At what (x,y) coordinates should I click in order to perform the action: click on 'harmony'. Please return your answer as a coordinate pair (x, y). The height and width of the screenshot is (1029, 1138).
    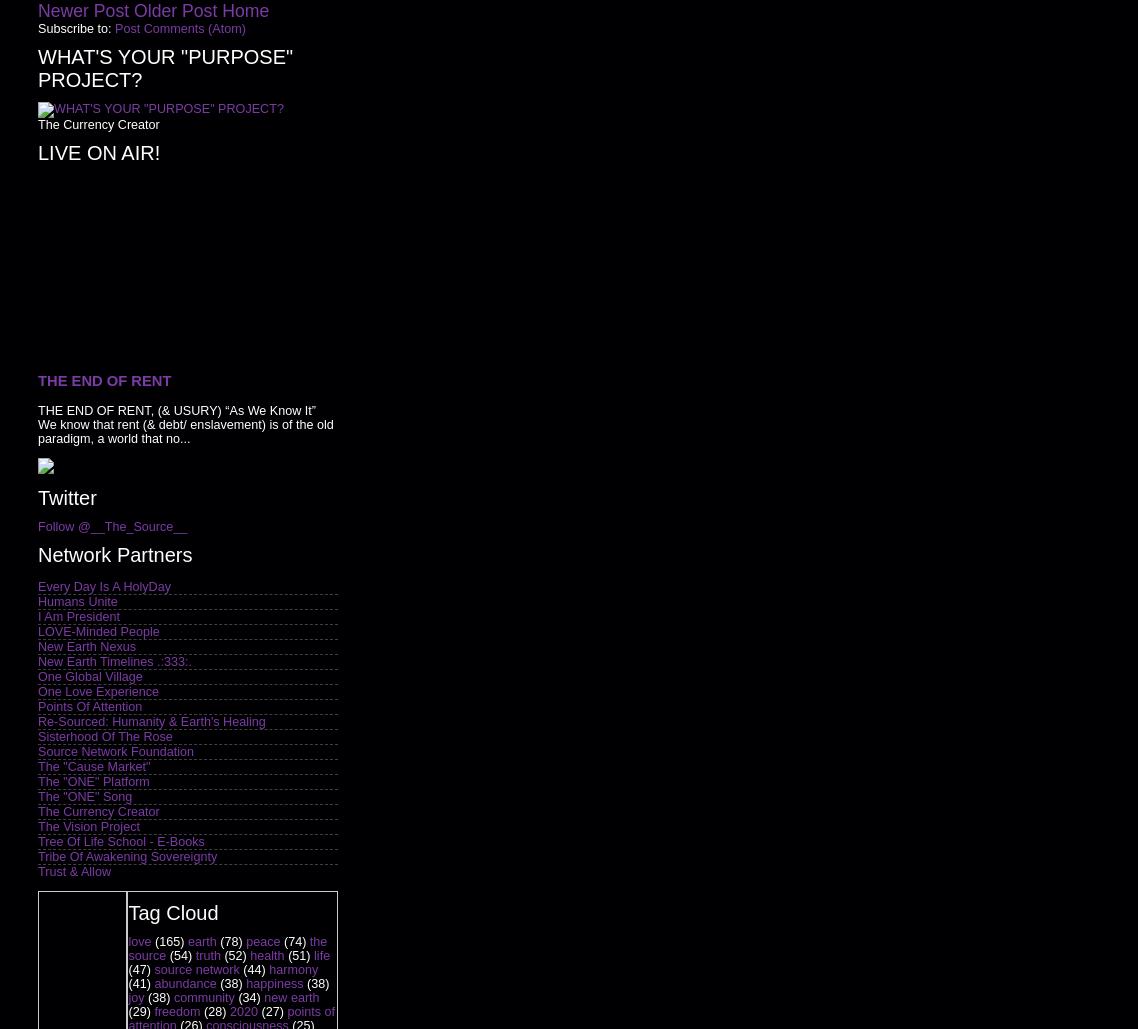
    Looking at the image, I should click on (269, 969).